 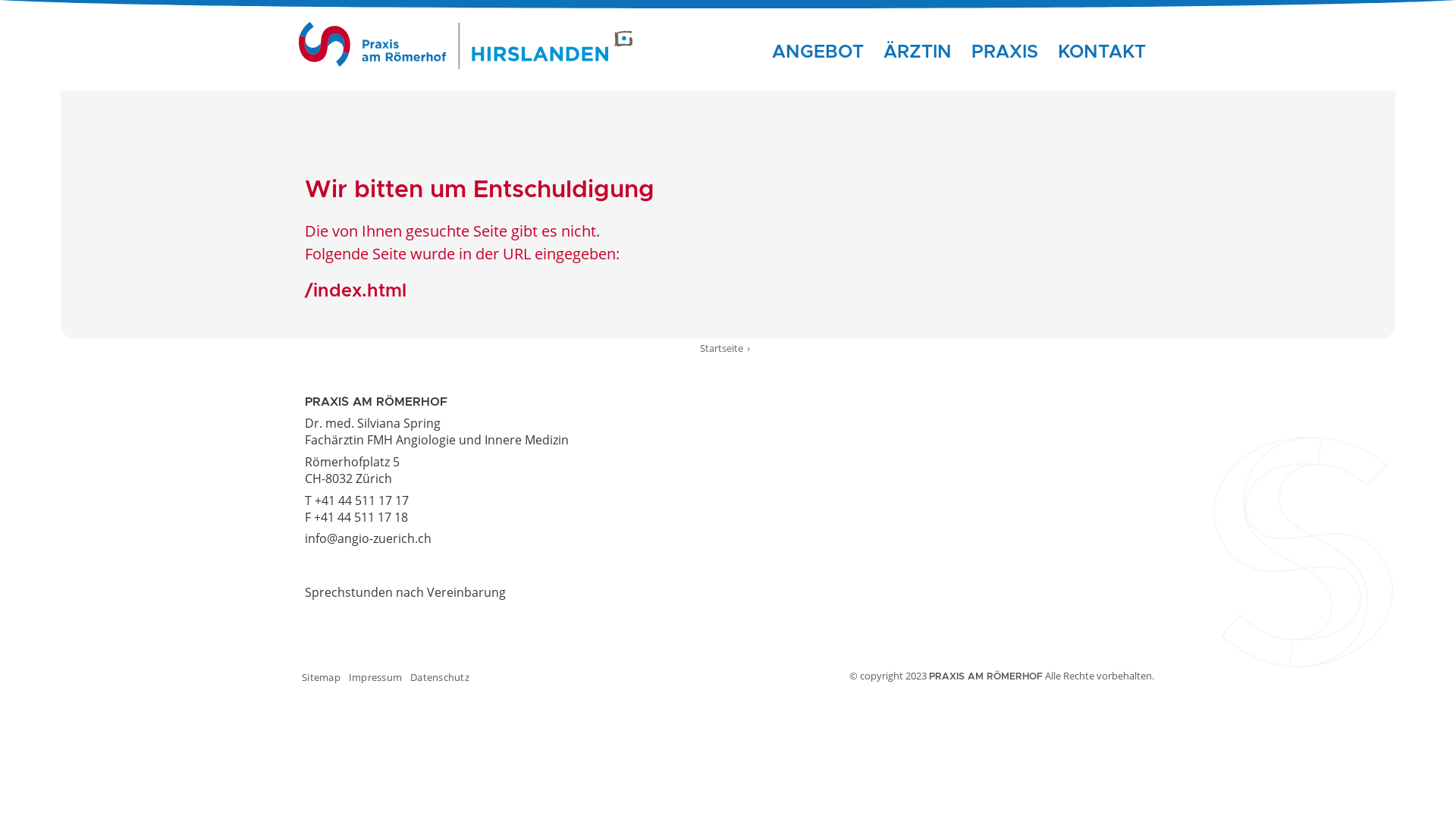 What do you see at coordinates (818, 52) in the screenshot?
I see `'ANGEBOT'` at bounding box center [818, 52].